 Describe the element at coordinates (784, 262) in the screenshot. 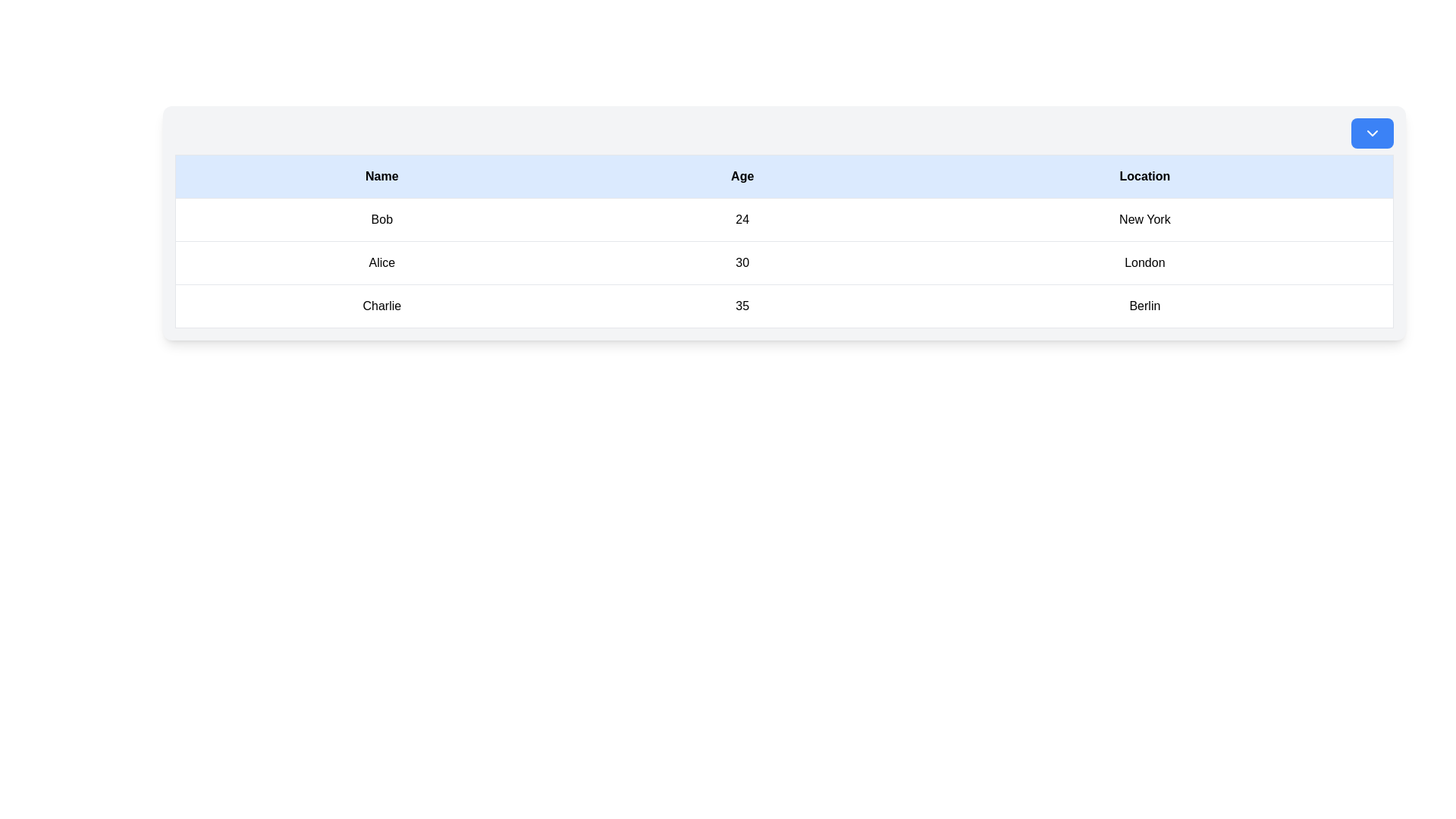

I see `the second row of the table displaying the record for 'Alice', which includes the name, age, and location, to trigger highlighting` at that location.